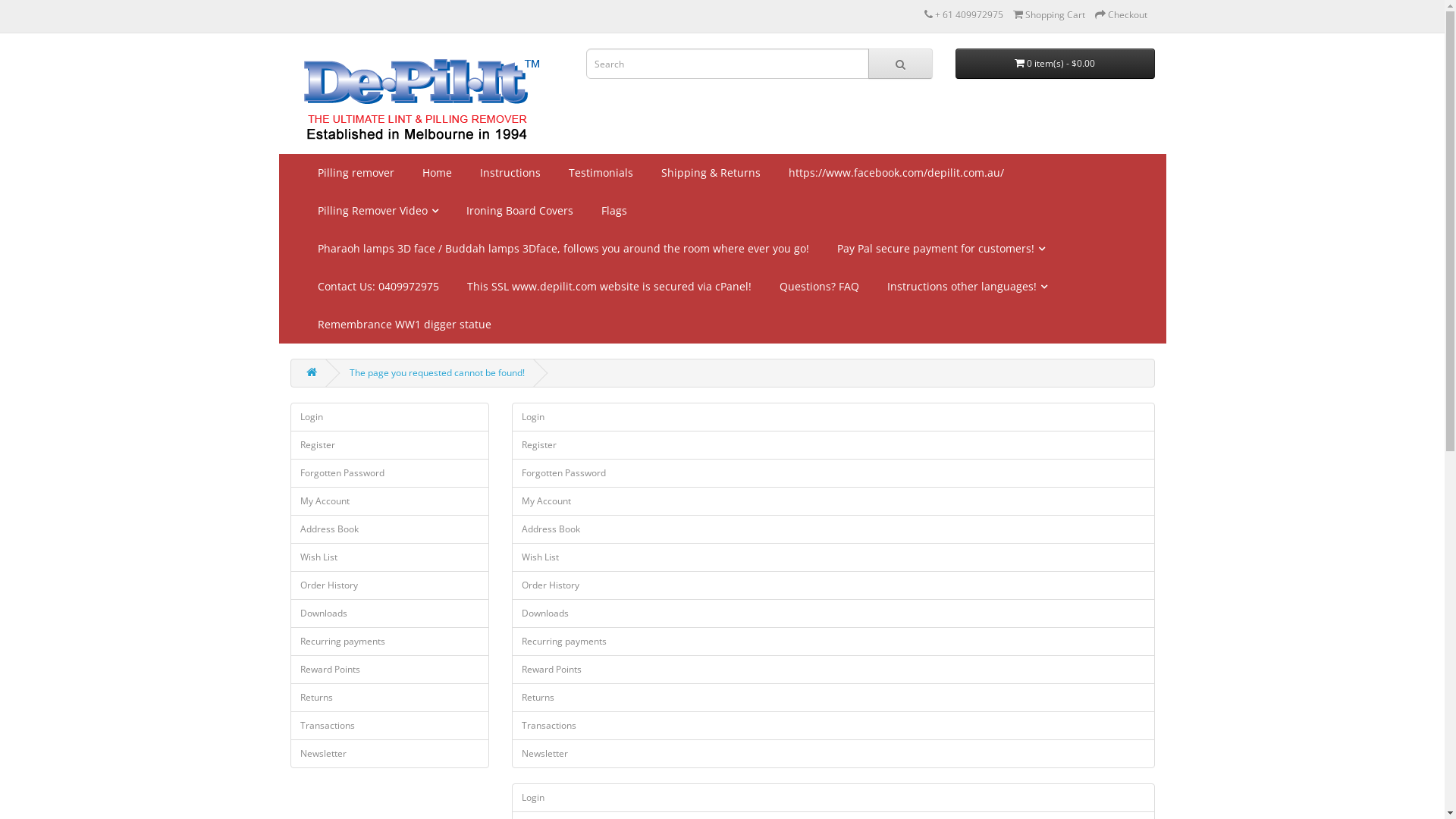  What do you see at coordinates (389, 500) in the screenshot?
I see `'My Account'` at bounding box center [389, 500].